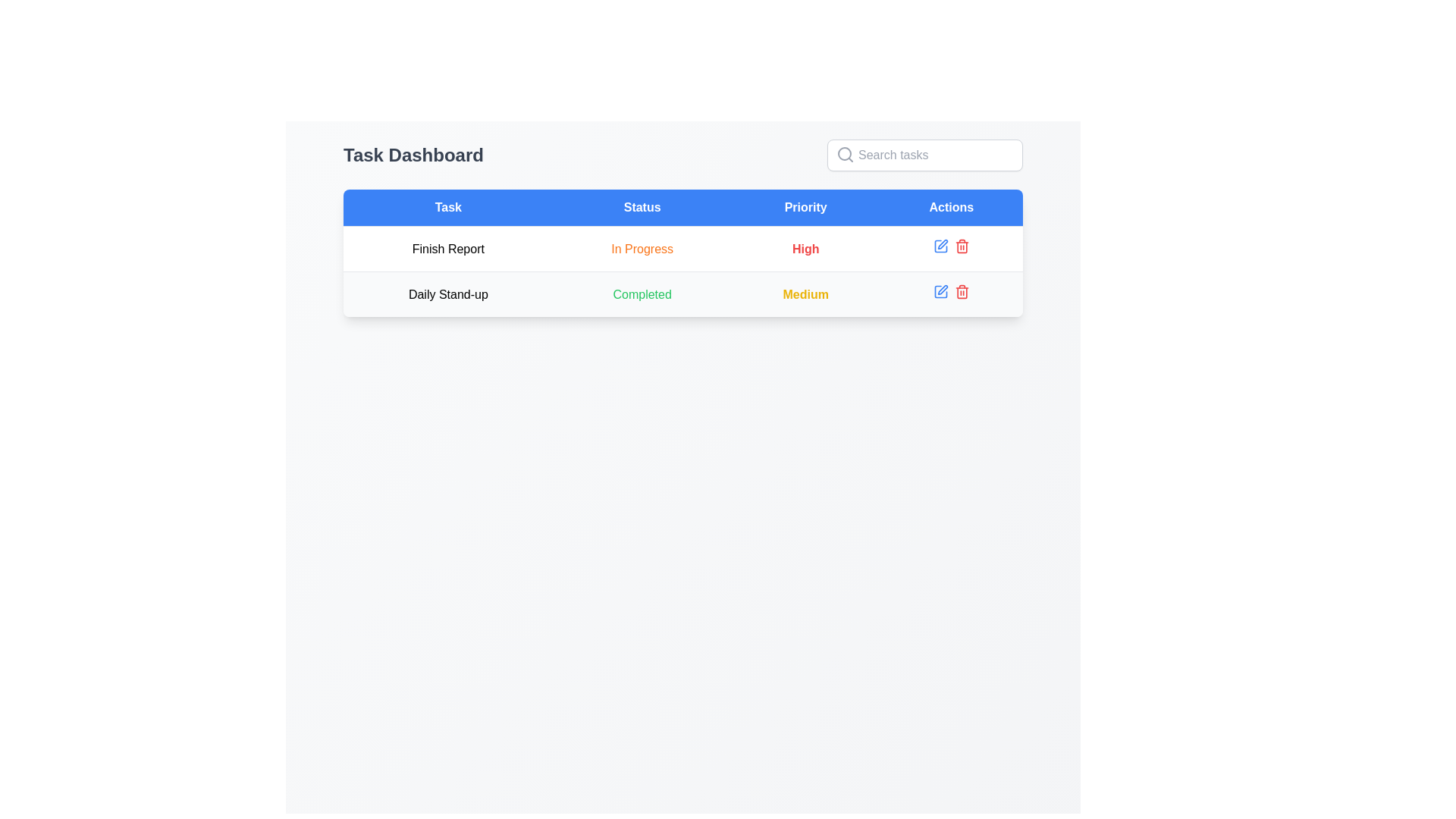  Describe the element at coordinates (961, 245) in the screenshot. I see `the delete icon in the 'Actions' column of the second row for the task 'Finish Report'` at that location.